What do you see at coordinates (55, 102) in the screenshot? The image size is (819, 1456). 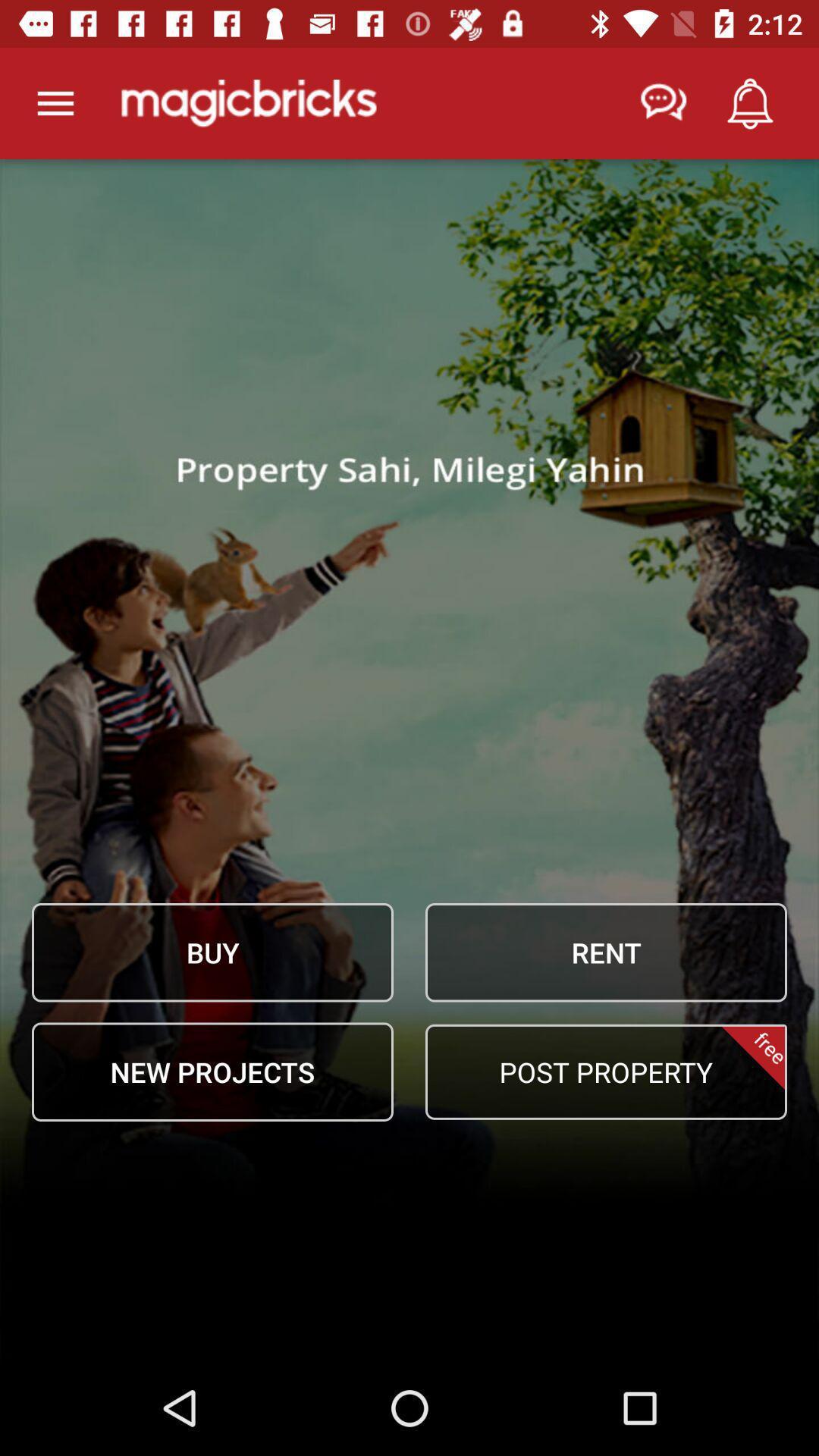 I see `menu` at bounding box center [55, 102].